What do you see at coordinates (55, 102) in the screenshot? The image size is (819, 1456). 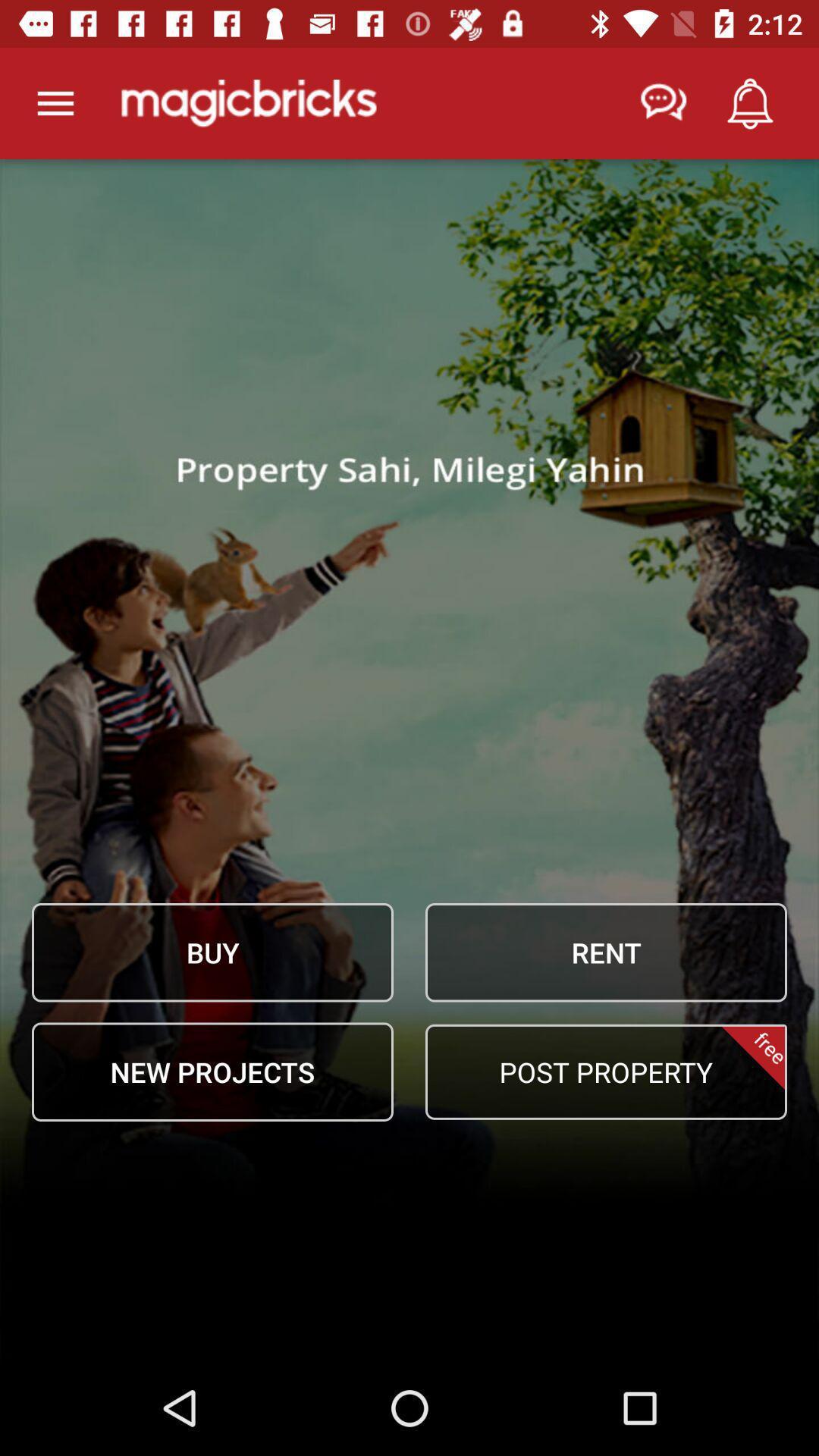 I see `menu` at bounding box center [55, 102].